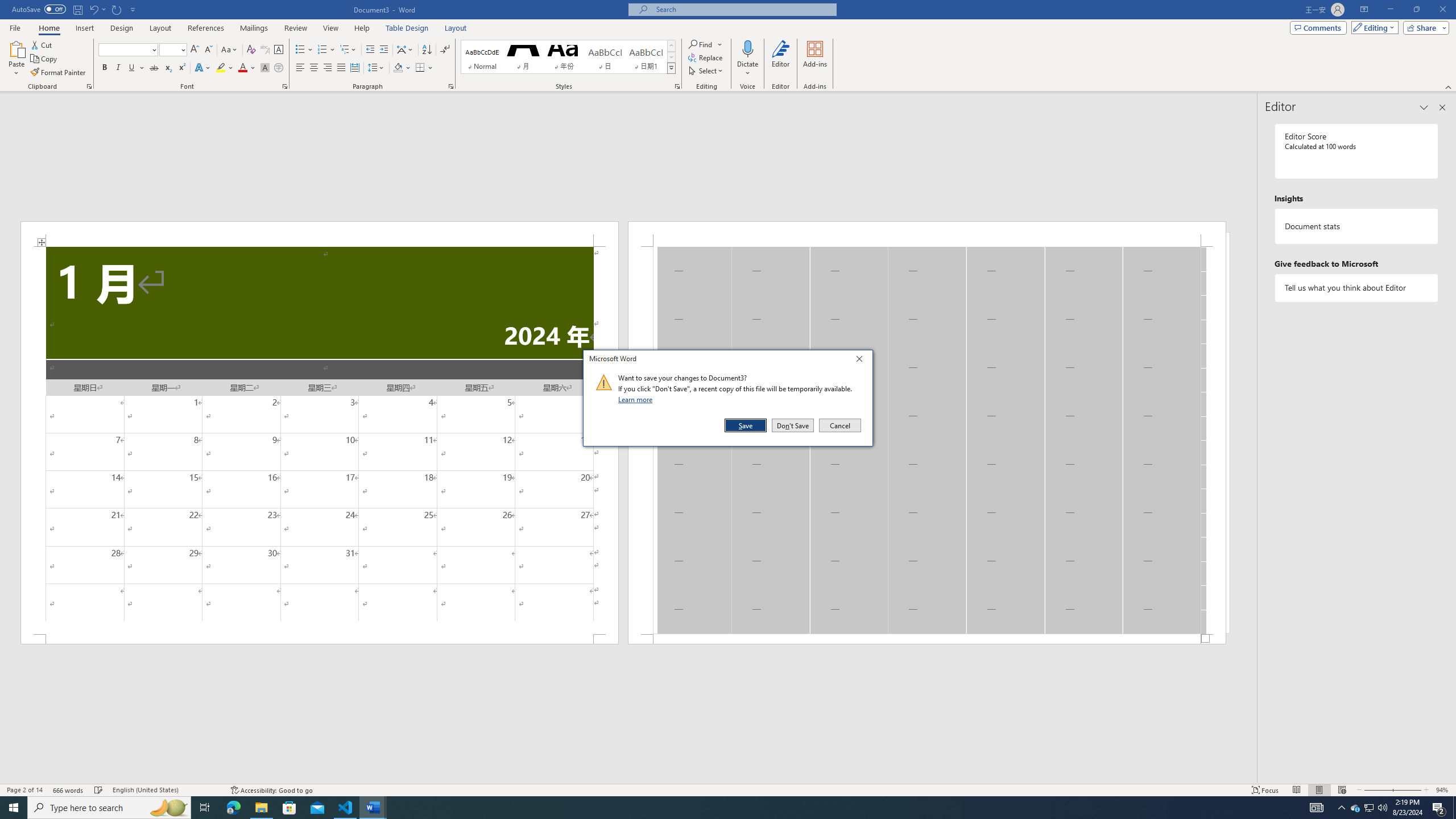  What do you see at coordinates (637, 399) in the screenshot?
I see `'Learn more'` at bounding box center [637, 399].